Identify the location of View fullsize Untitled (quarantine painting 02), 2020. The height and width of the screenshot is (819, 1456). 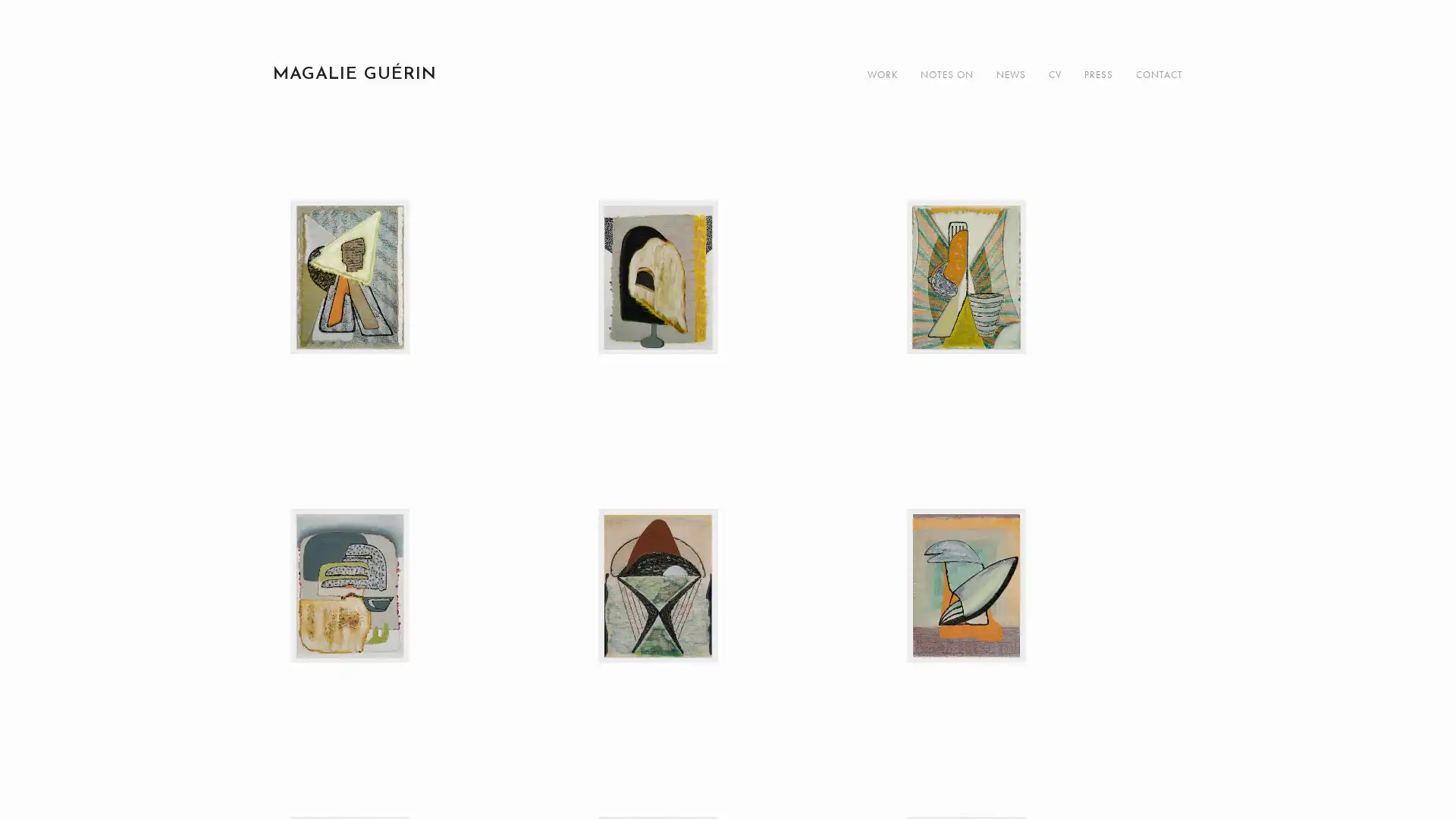
(726, 346).